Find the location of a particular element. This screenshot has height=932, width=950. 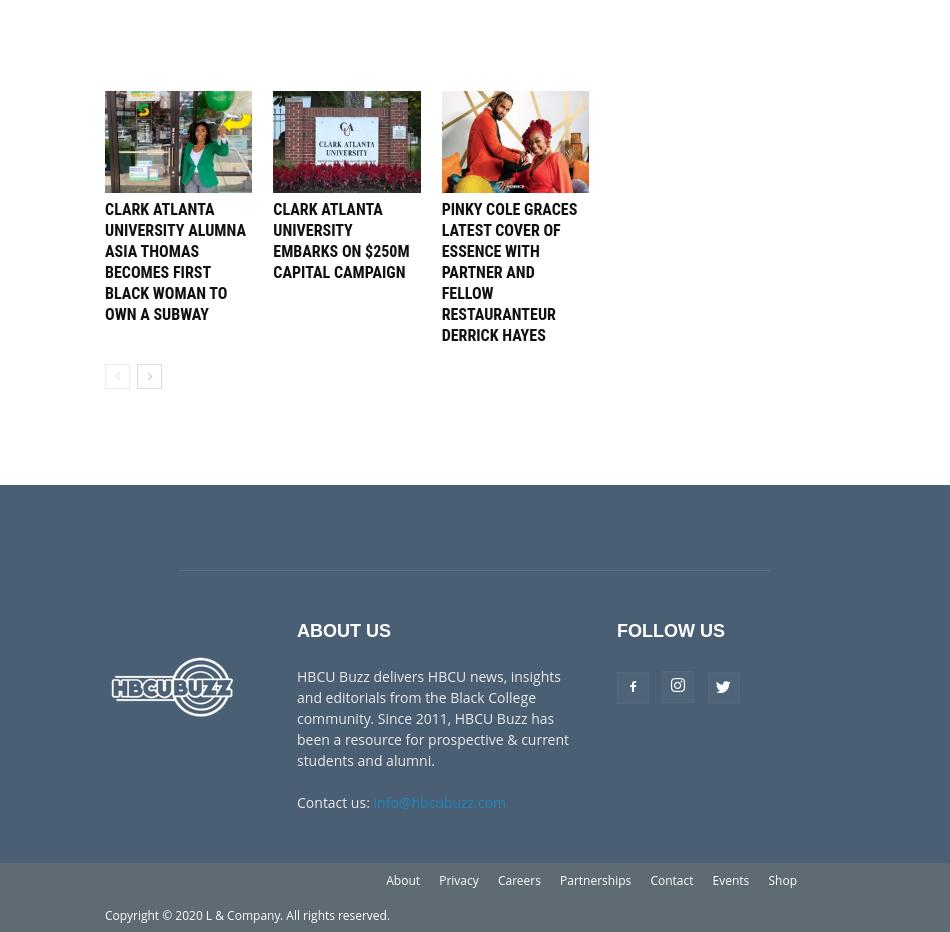

'HBCU Buzz delivers HBCU news, insights and editorials from the Black College community. Since 2011, HBCU Buzz has been a resource for prospective & current students and alumni.' is located at coordinates (432, 716).